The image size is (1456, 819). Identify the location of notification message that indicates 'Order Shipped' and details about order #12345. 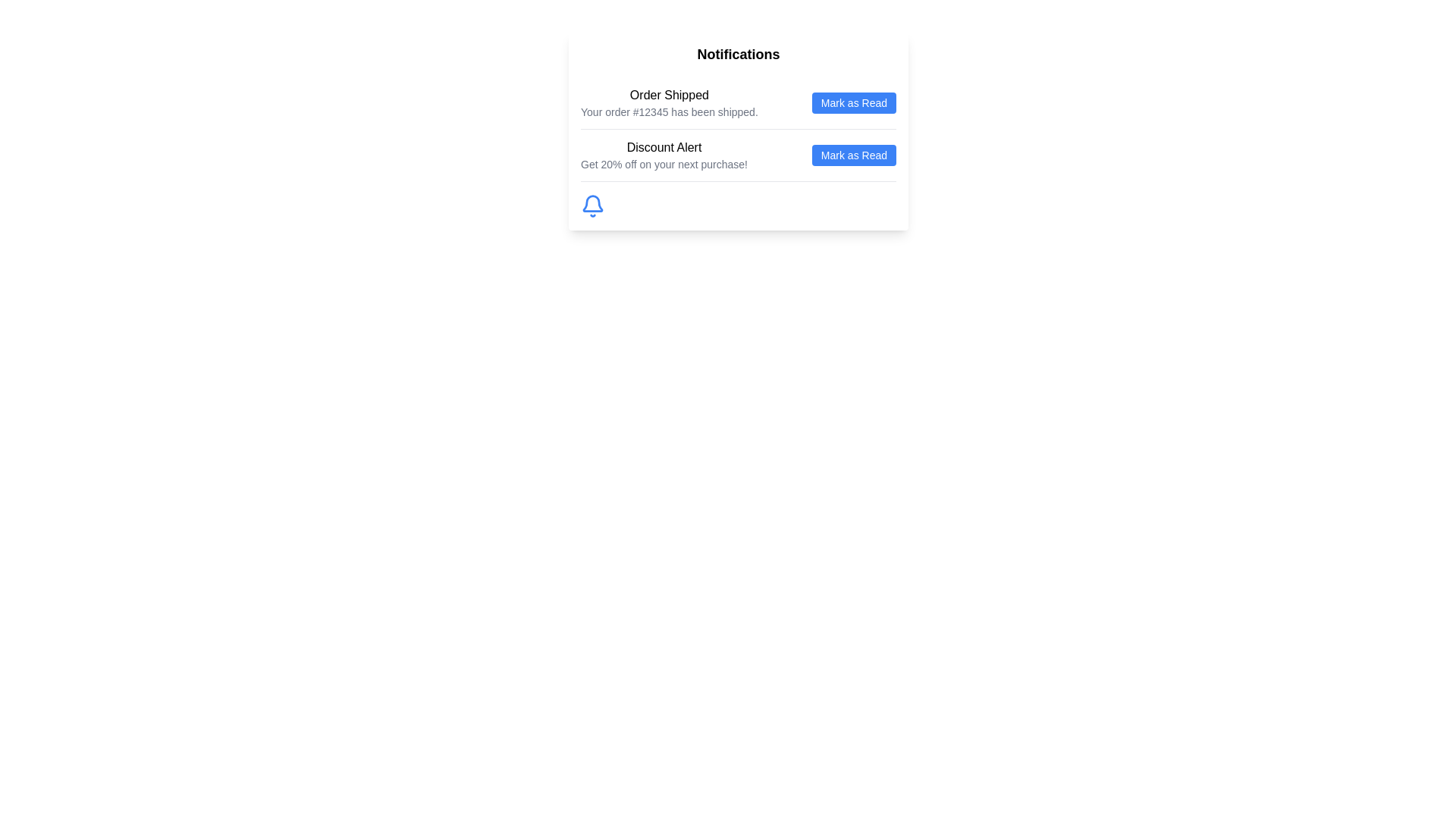
(668, 102).